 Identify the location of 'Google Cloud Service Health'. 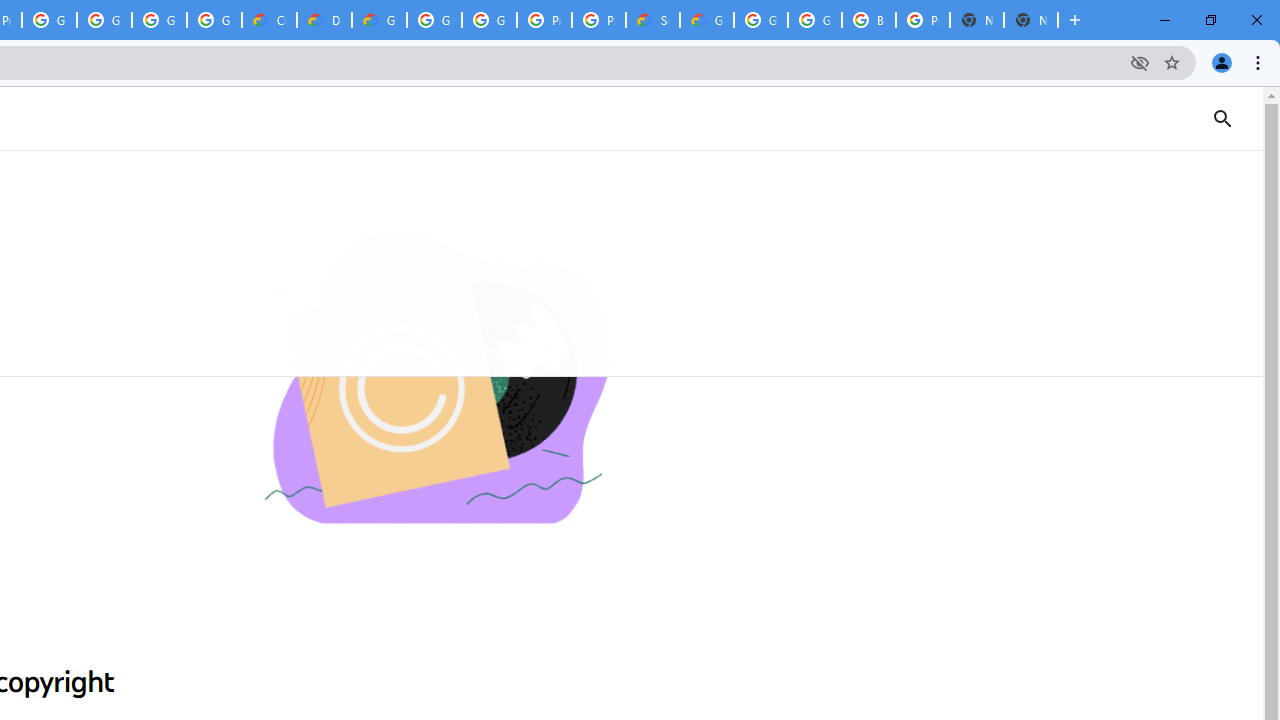
(706, 20).